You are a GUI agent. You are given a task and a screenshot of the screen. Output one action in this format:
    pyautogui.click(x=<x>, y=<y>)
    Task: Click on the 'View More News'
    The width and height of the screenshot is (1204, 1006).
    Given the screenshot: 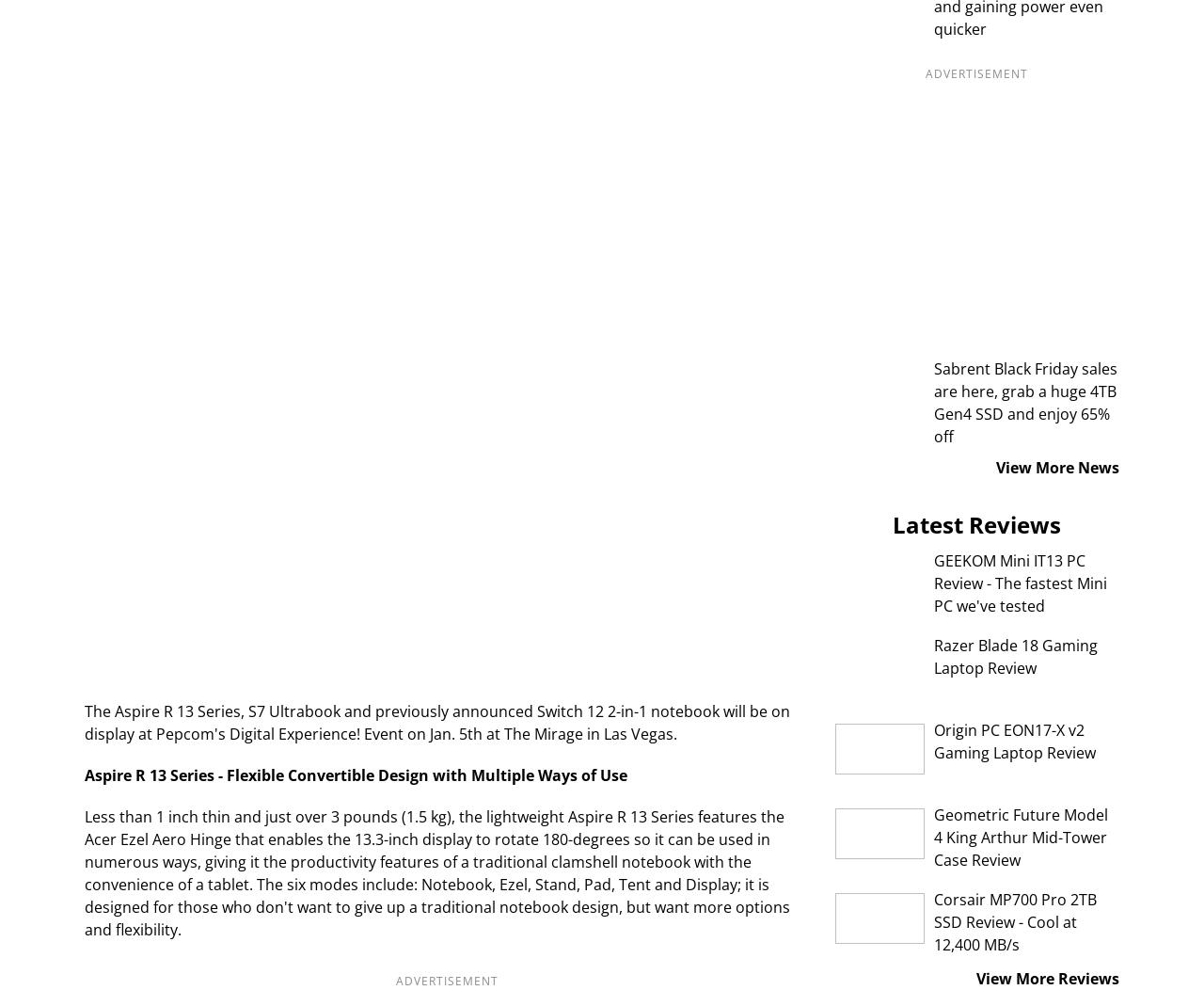 What is the action you would take?
    pyautogui.click(x=1057, y=466)
    